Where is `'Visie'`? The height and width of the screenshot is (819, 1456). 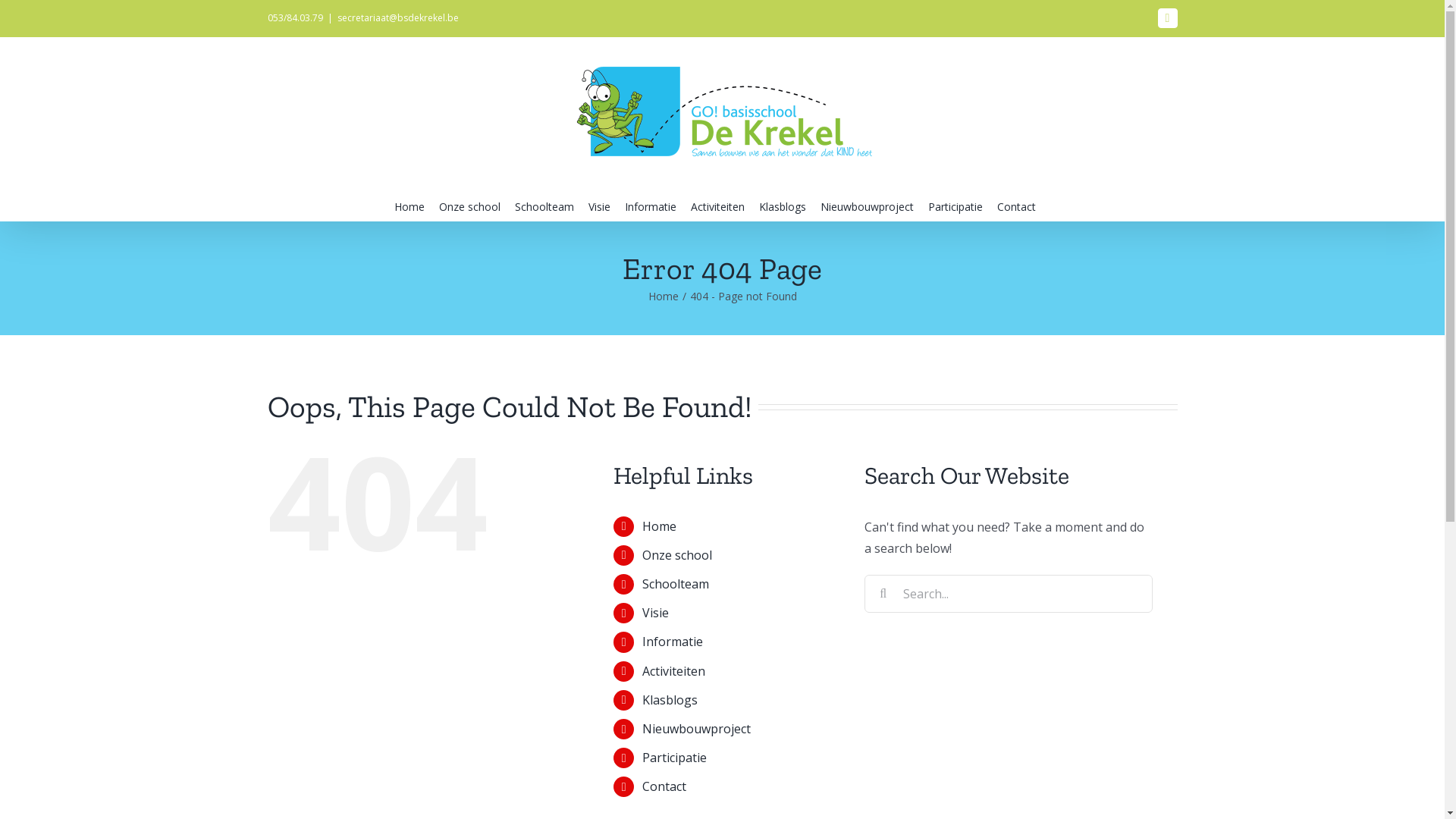 'Visie' is located at coordinates (655, 611).